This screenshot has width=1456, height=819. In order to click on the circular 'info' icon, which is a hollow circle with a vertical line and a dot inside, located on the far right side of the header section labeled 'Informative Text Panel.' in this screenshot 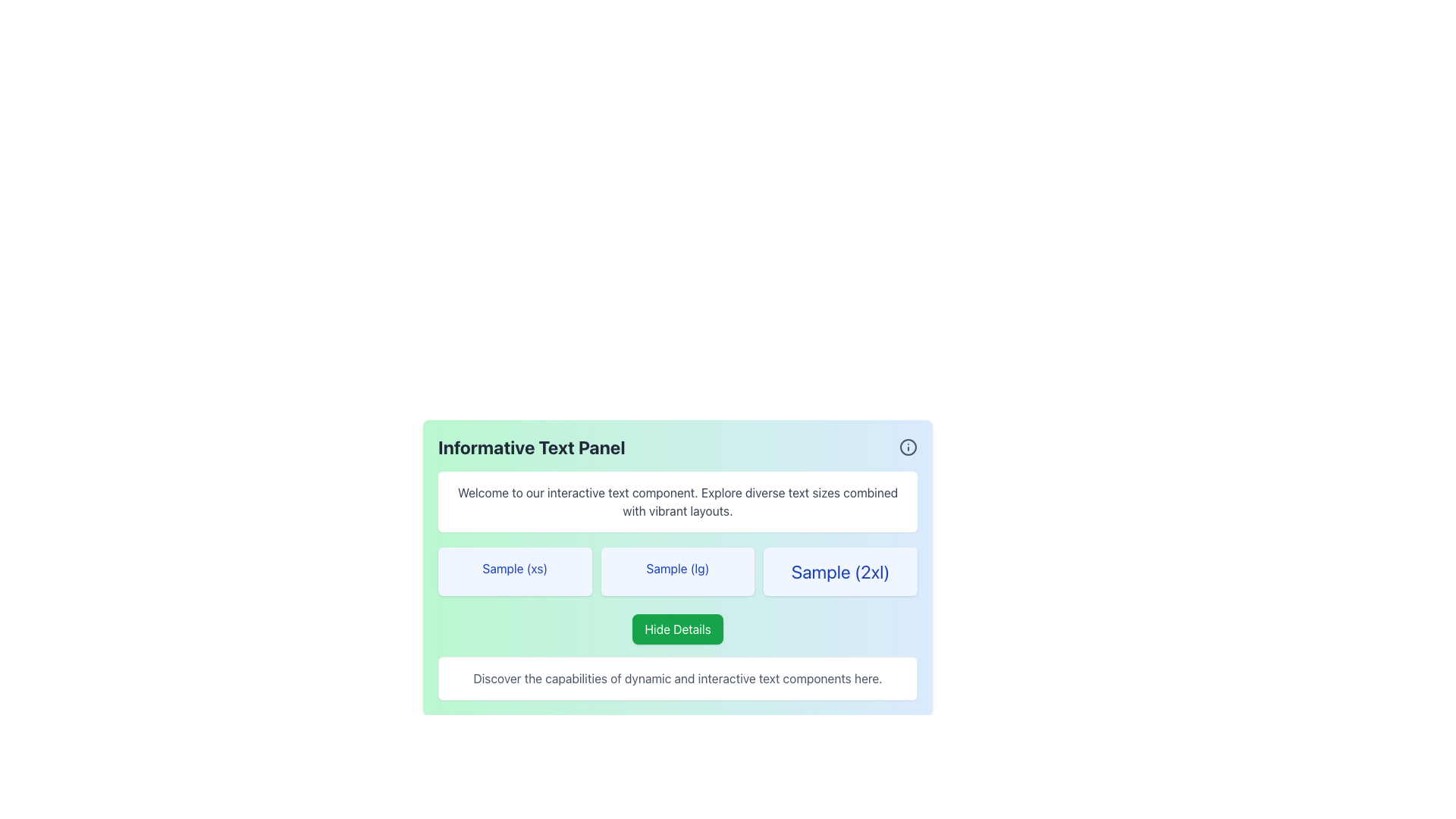, I will do `click(908, 447)`.